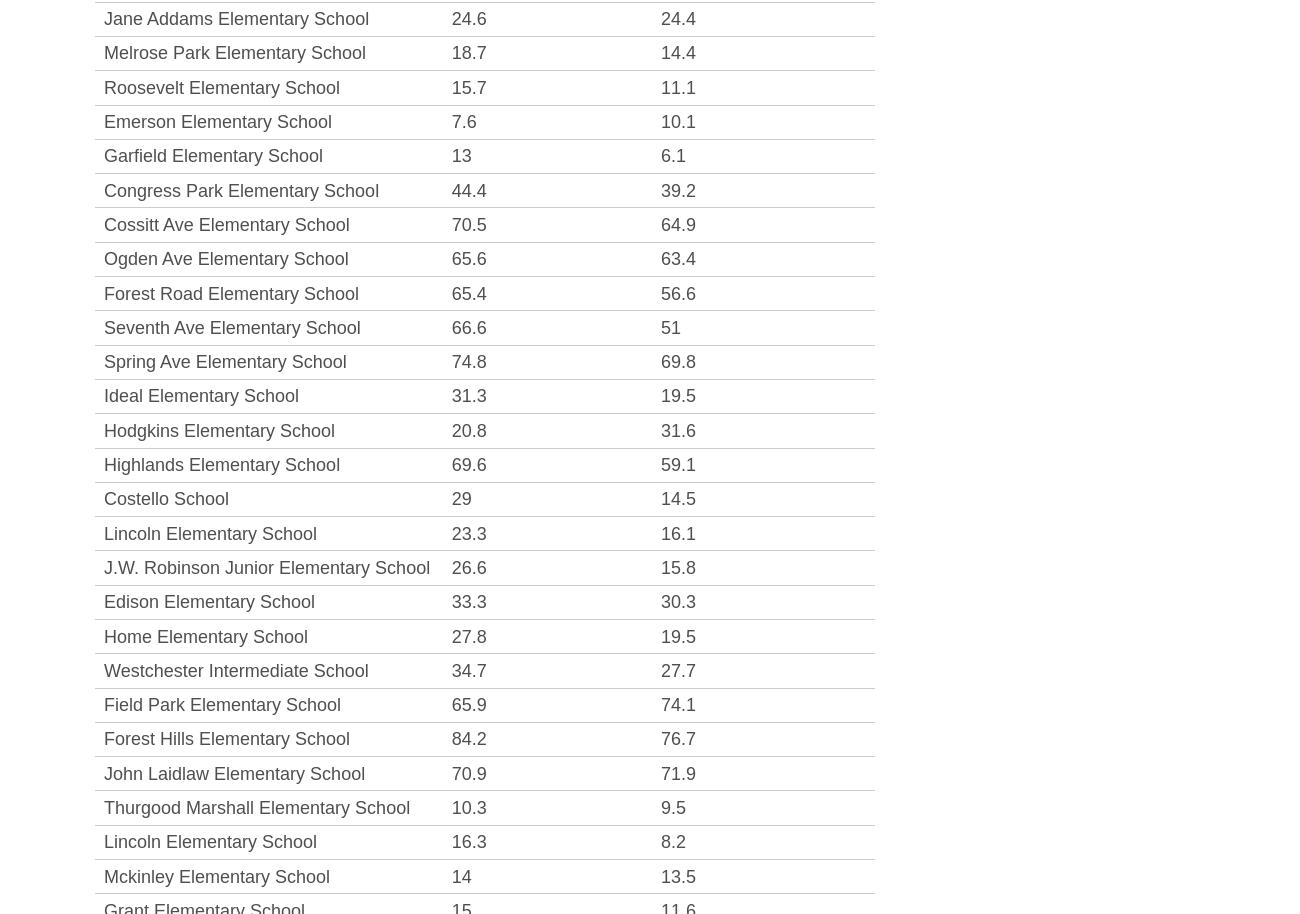 The width and height of the screenshot is (1300, 914). I want to click on 'J.W. Robinson Junior Elementary School', so click(266, 567).